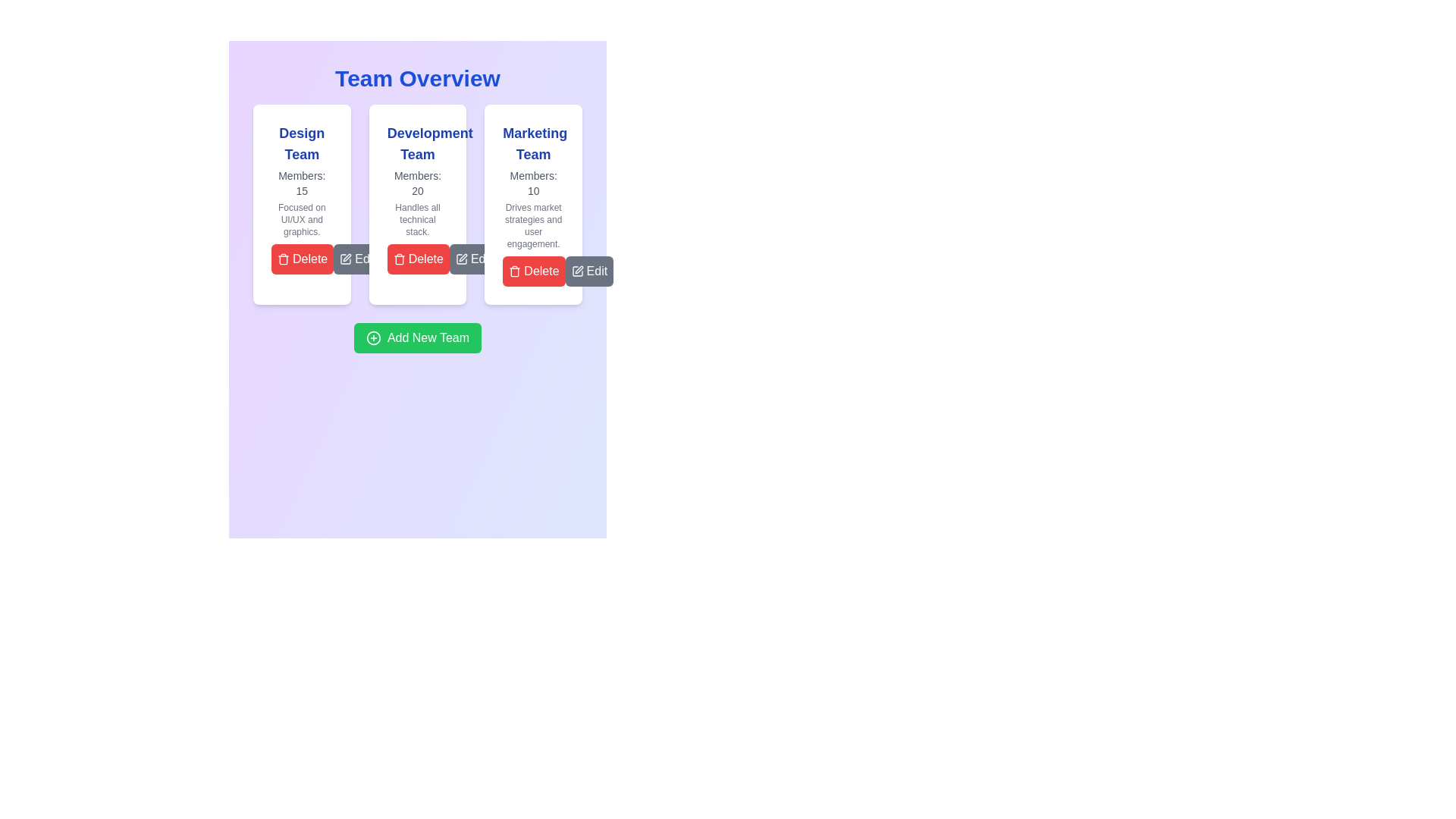 The height and width of the screenshot is (819, 1456). I want to click on the Delete button located at the bottom-right section of the 'Marketing Team' card, under the description text 'Drives market strategies and user engagement.', so click(533, 271).